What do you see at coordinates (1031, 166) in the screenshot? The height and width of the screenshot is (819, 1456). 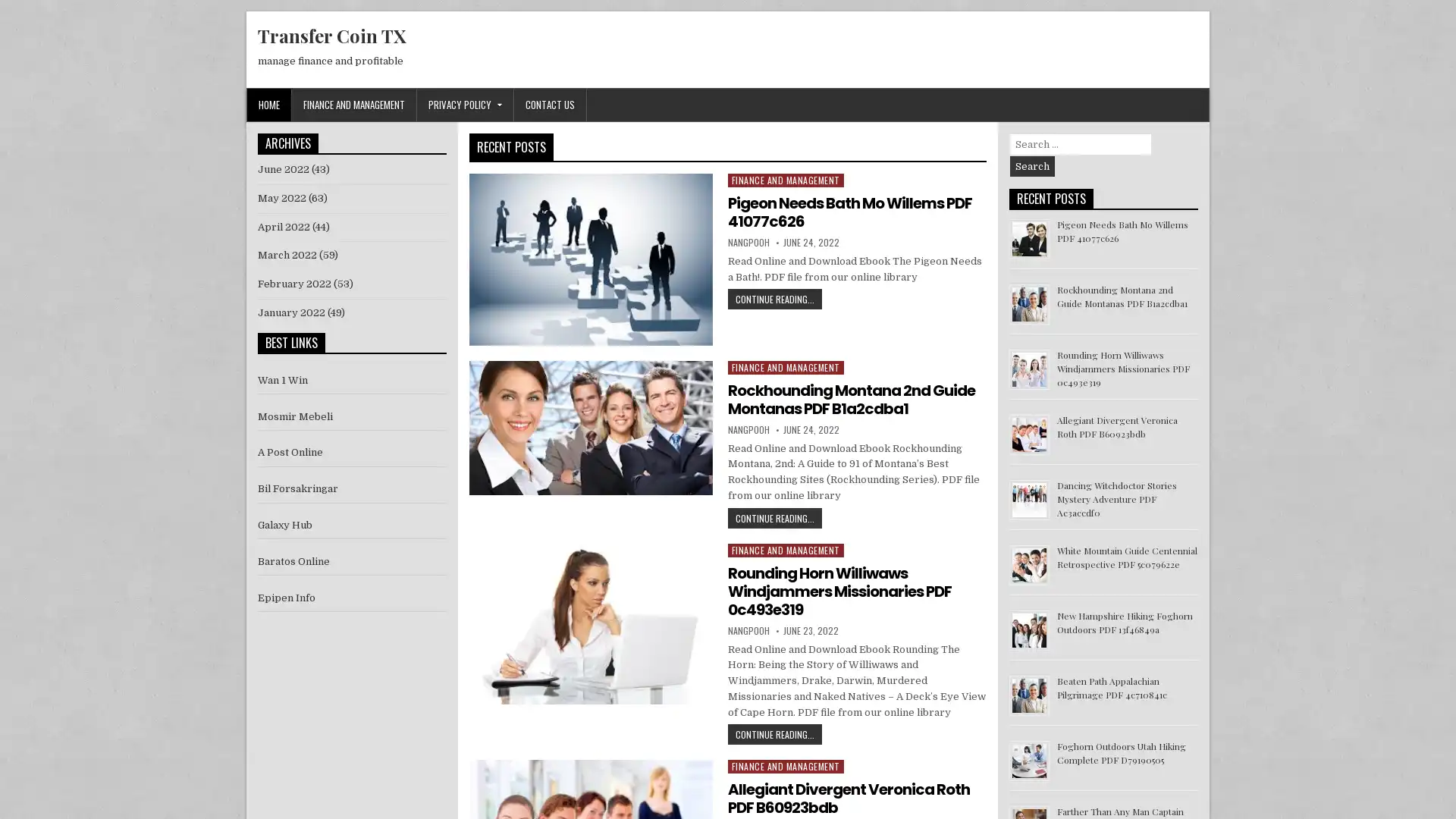 I see `Search` at bounding box center [1031, 166].